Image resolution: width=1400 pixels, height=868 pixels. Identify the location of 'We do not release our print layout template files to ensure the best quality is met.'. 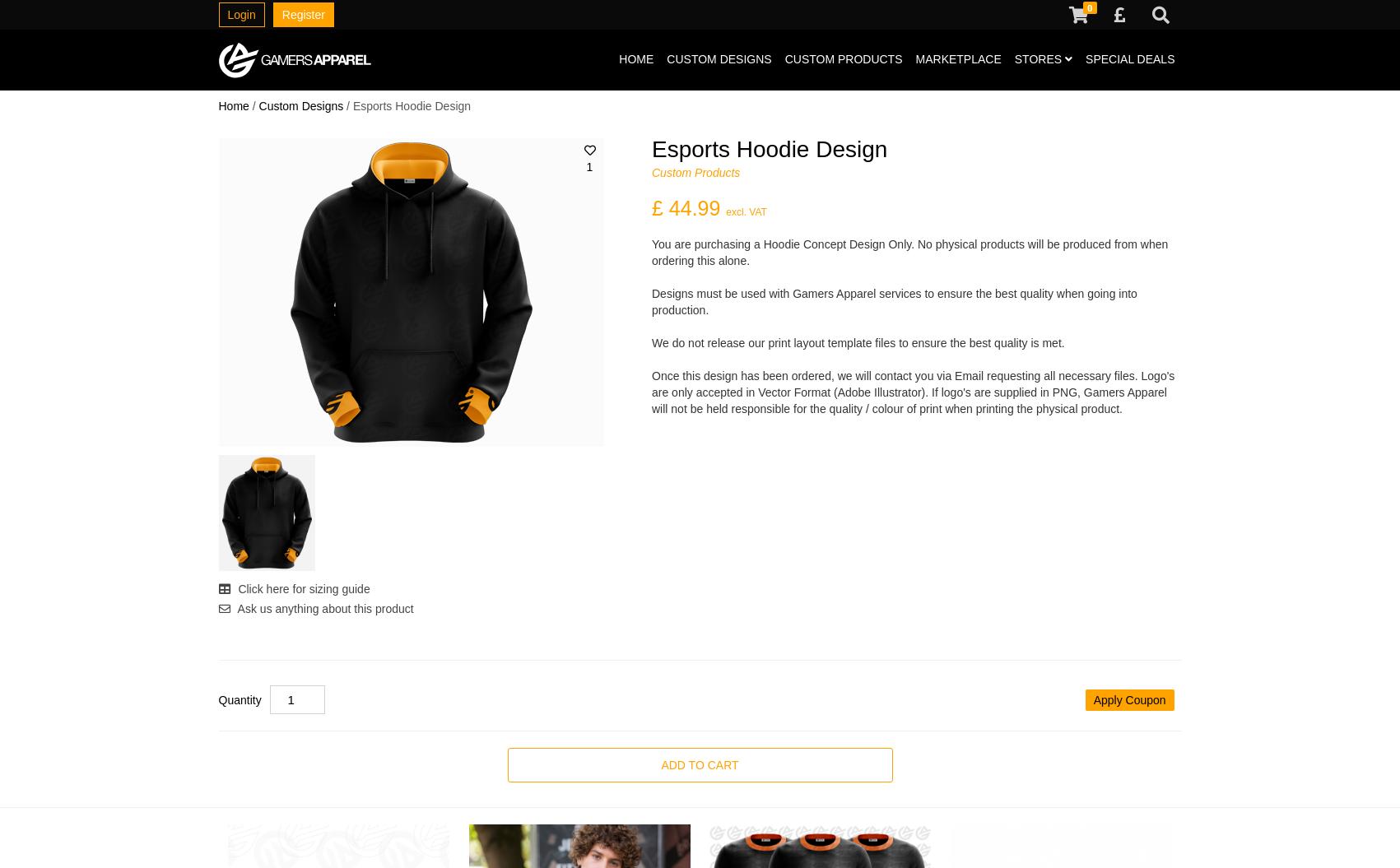
(858, 342).